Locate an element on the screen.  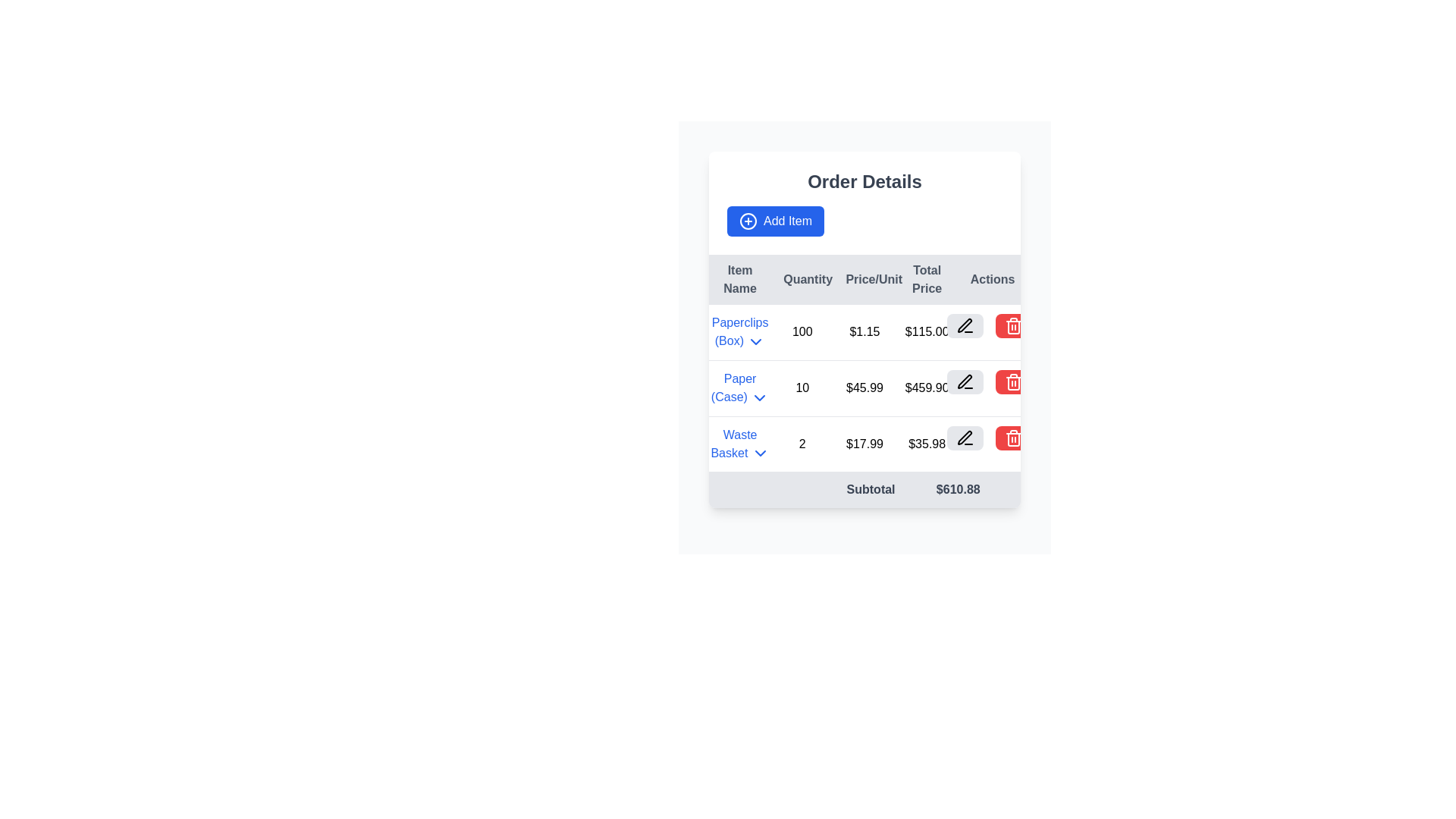
the chevron-down dropdown indicator icon next to the 'Waste Basket' text is located at coordinates (760, 453).